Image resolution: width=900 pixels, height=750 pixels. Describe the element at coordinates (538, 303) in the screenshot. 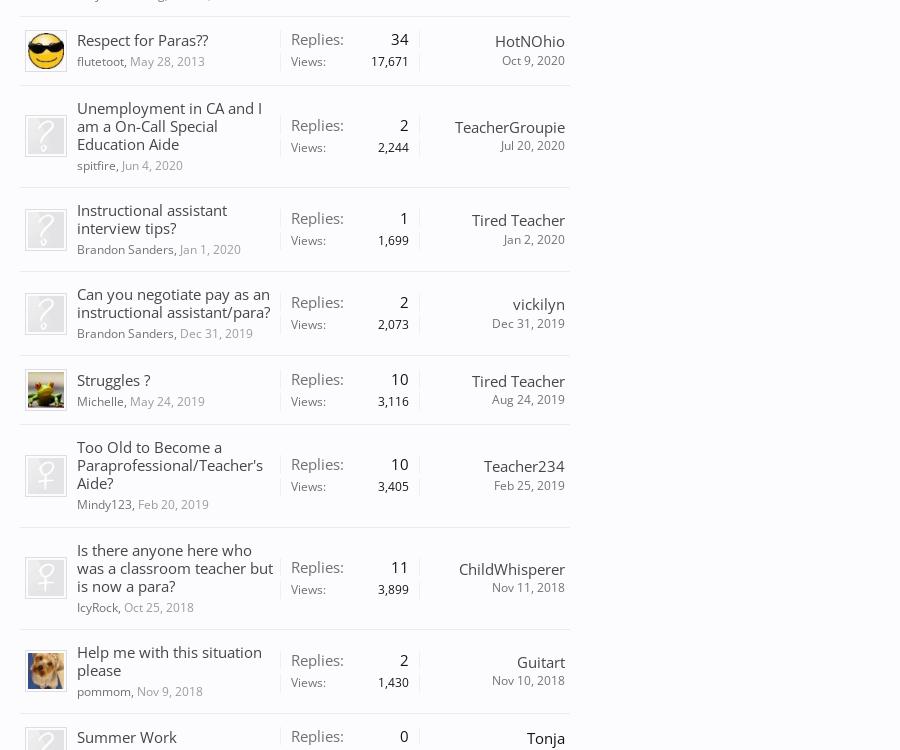

I see `'vickilyn'` at that location.